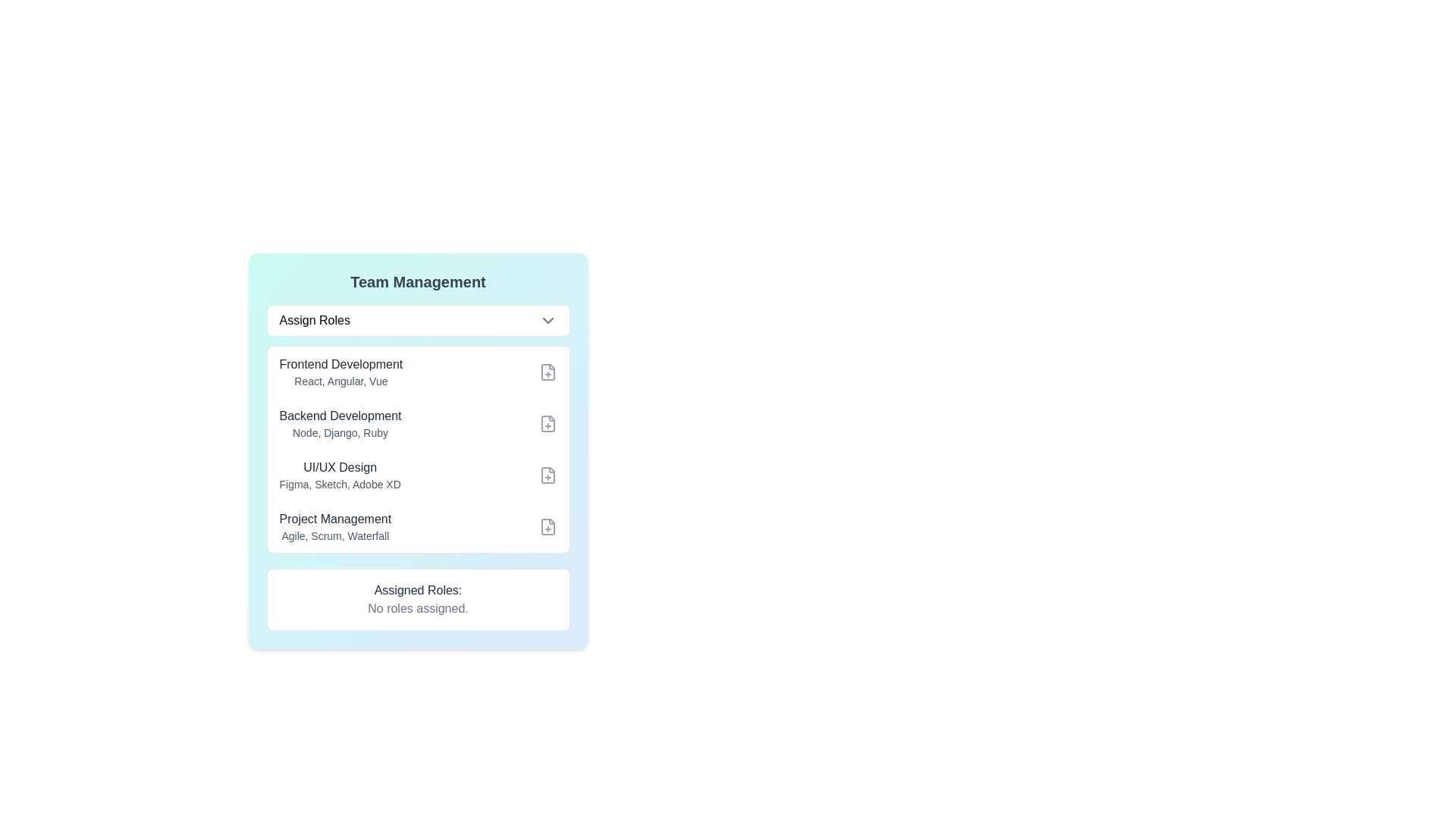 The height and width of the screenshot is (819, 1456). What do you see at coordinates (339, 424) in the screenshot?
I see `the text-based list item labeled 'Backend Development'` at bounding box center [339, 424].